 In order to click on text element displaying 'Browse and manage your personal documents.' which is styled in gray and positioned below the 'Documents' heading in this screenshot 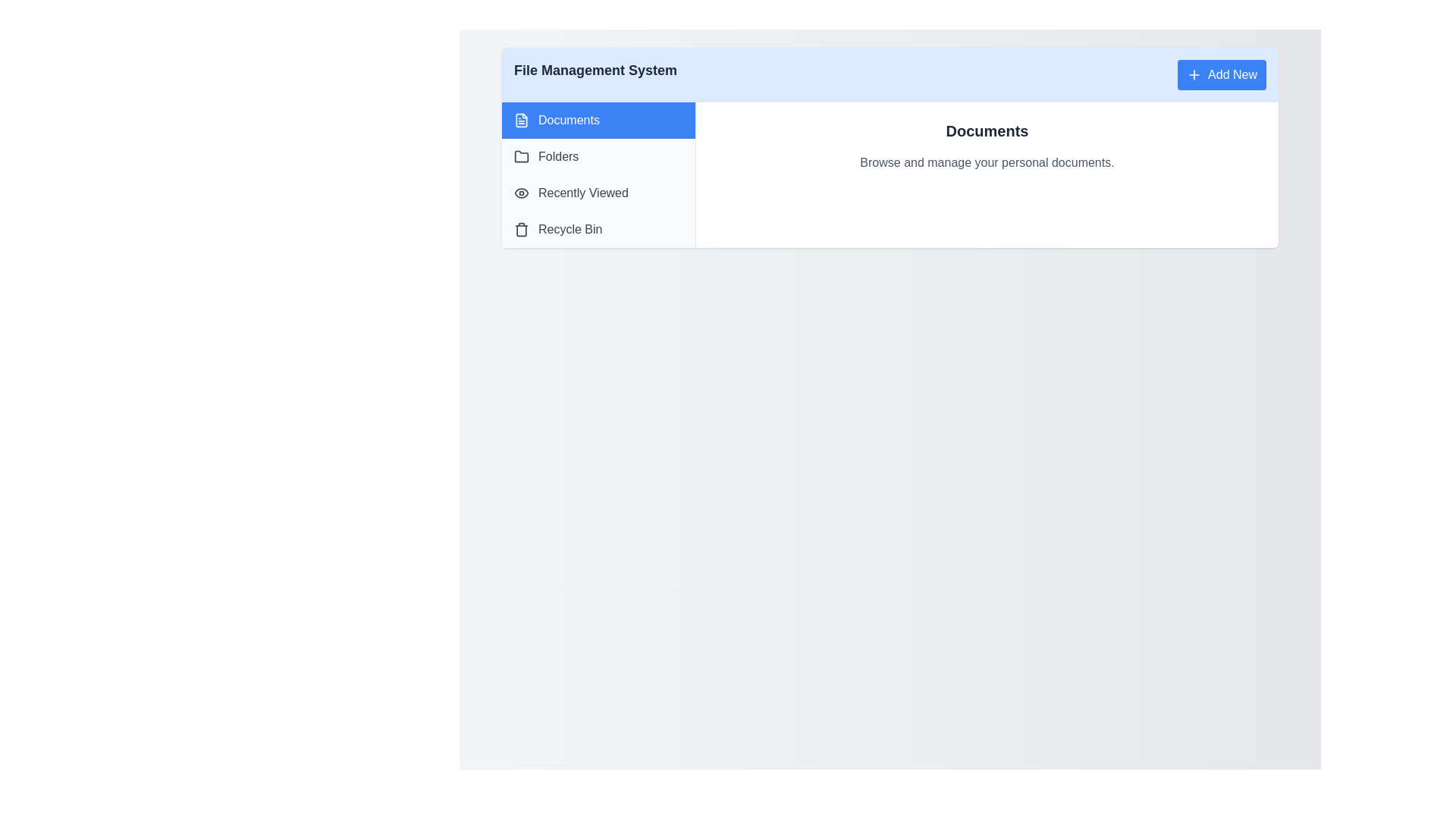, I will do `click(987, 163)`.